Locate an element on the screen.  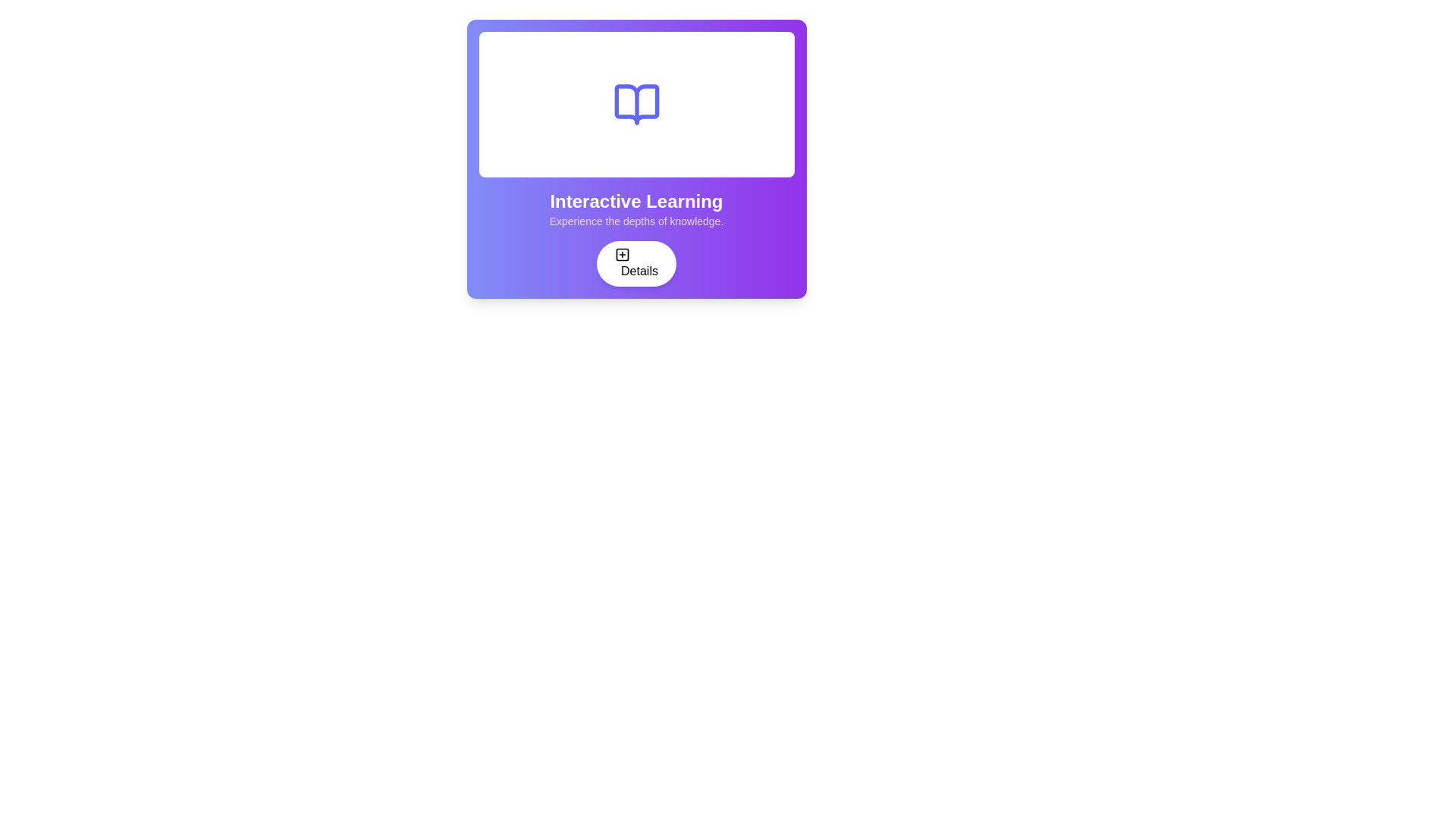
the text label that contains the phrase 'Experience the depths of knowledge.' which is styled in a small purple font and located beneath the header 'Interactive Learning' and above the button labeled 'Details' is located at coordinates (636, 221).